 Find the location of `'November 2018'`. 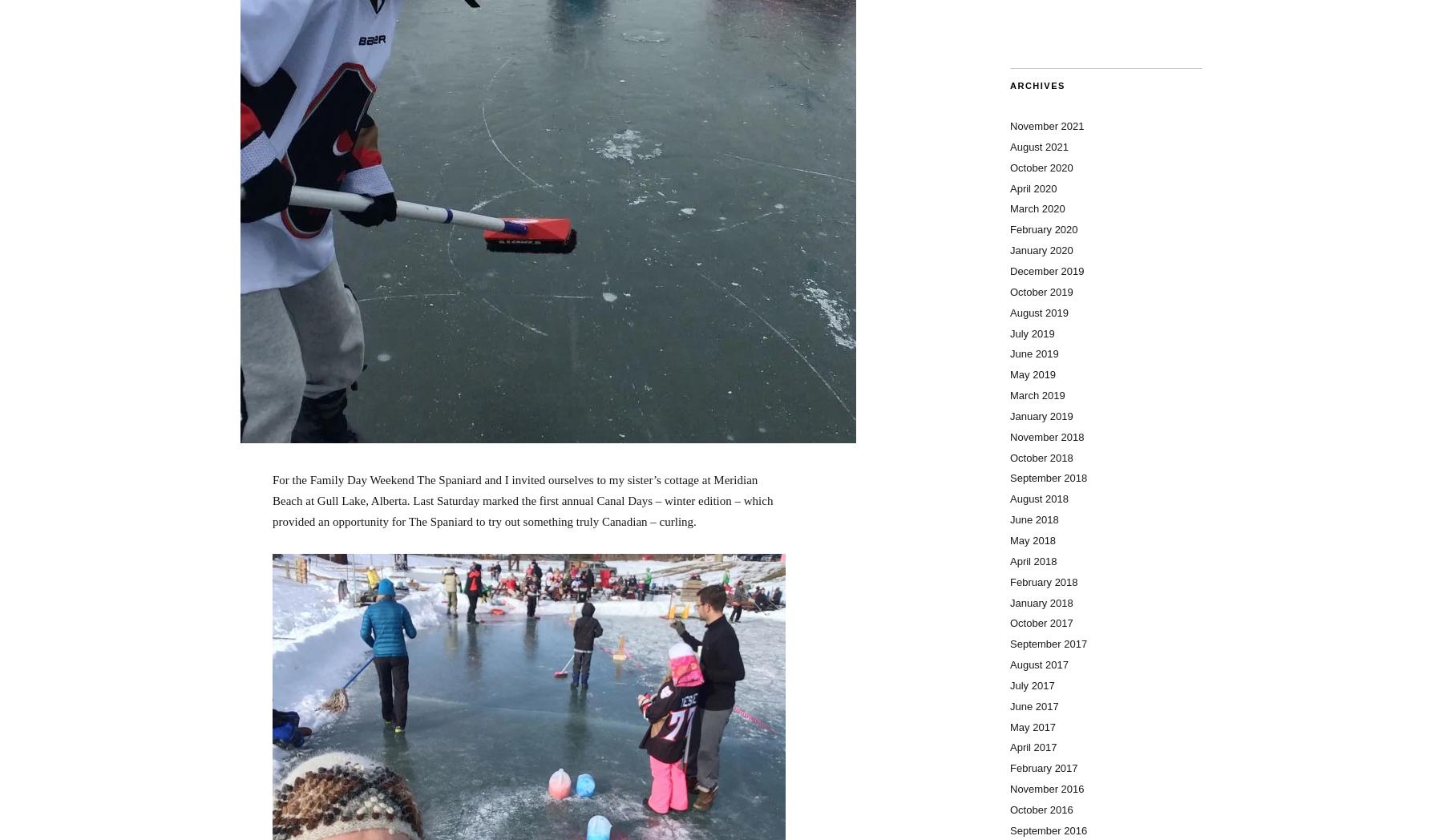

'November 2018' is located at coordinates (1047, 435).